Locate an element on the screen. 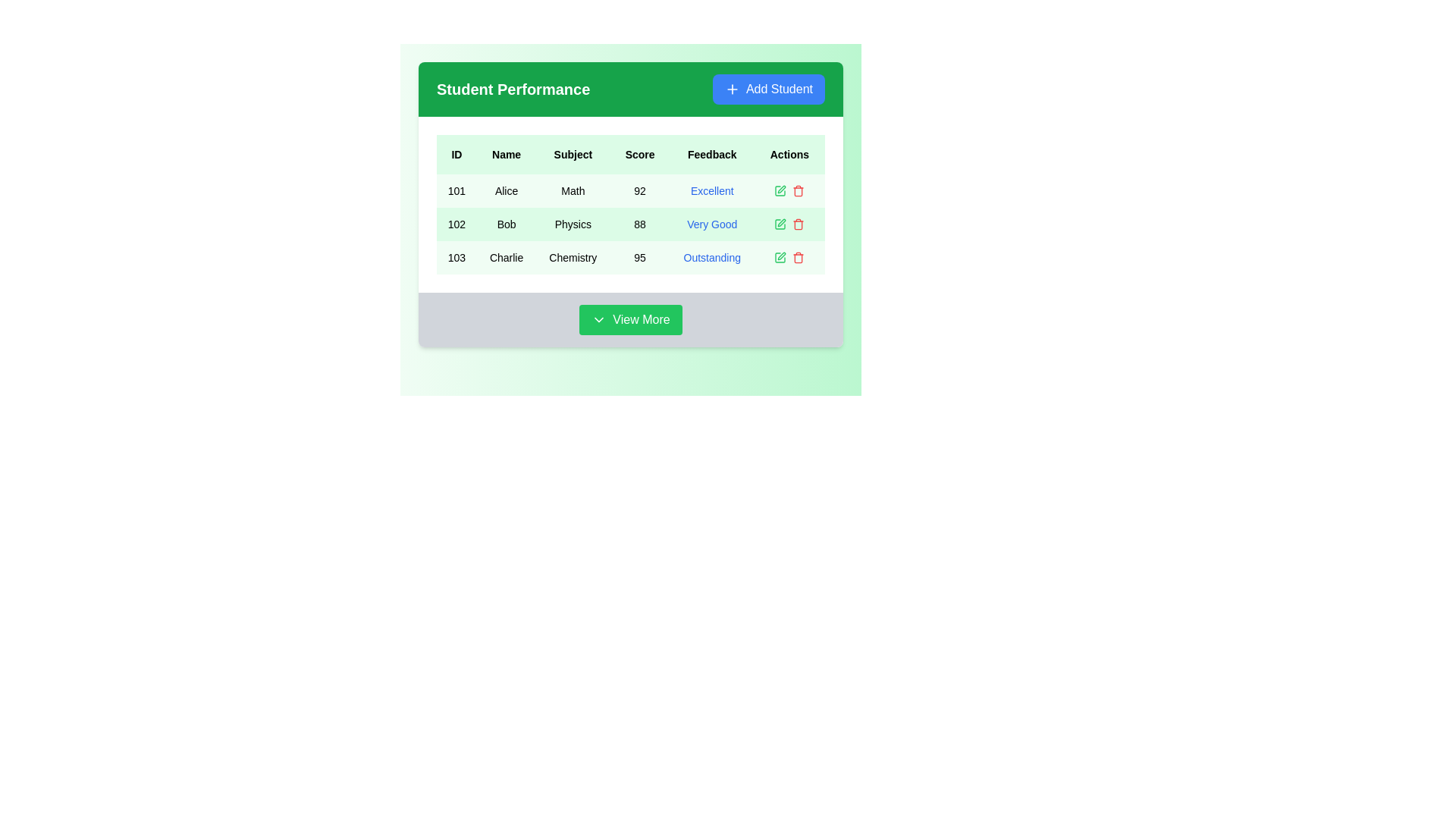 Image resolution: width=1456 pixels, height=819 pixels. the 'ID' text label in the header of the table, which is the first item in the header row with a light green background is located at coordinates (456, 155).